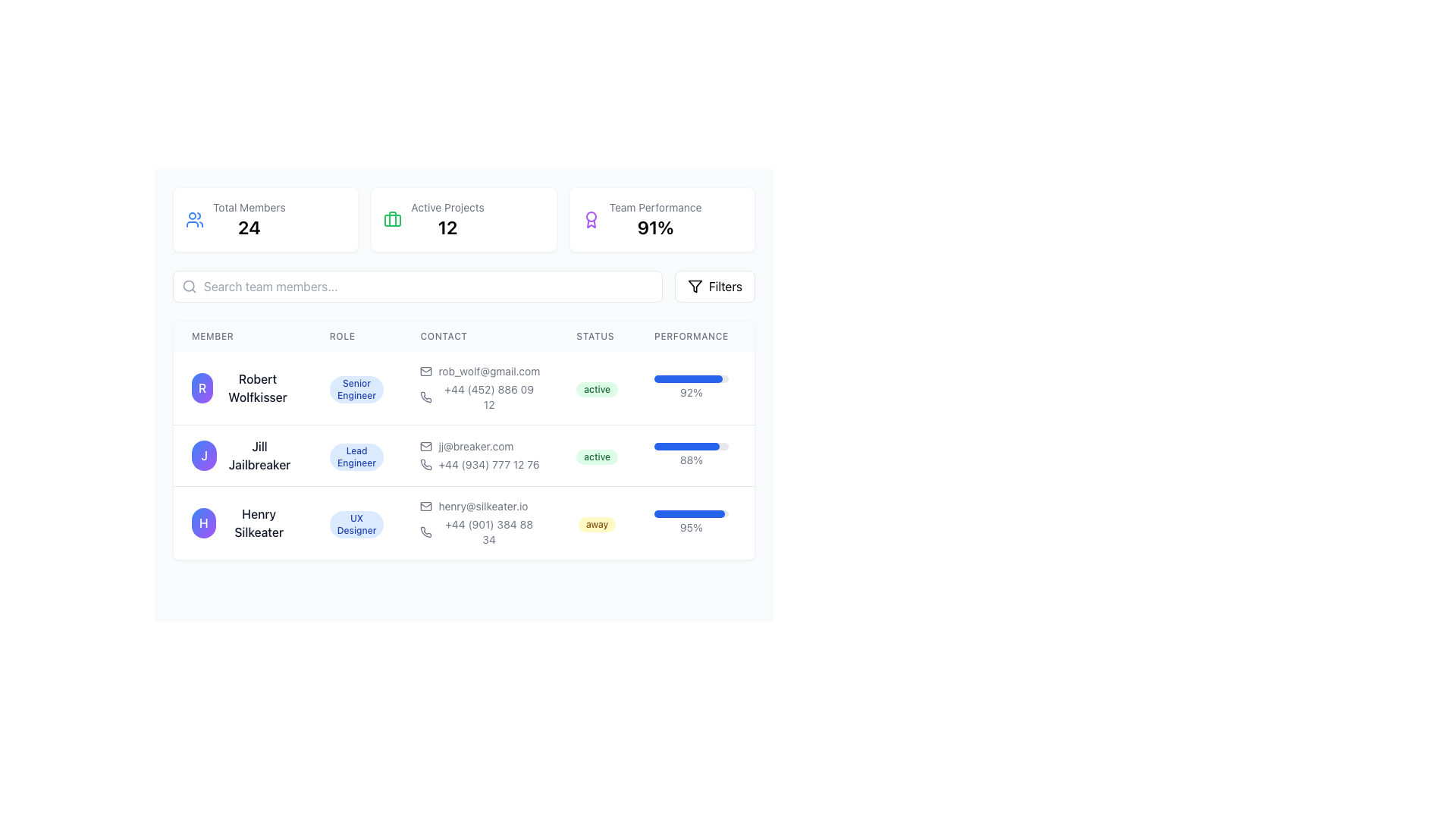  Describe the element at coordinates (425, 464) in the screenshot. I see `the phone number icon located in the 'Contact' column of the second row in the table, which is positioned left of the phone number '+44 (934) 777 12 76'` at that location.